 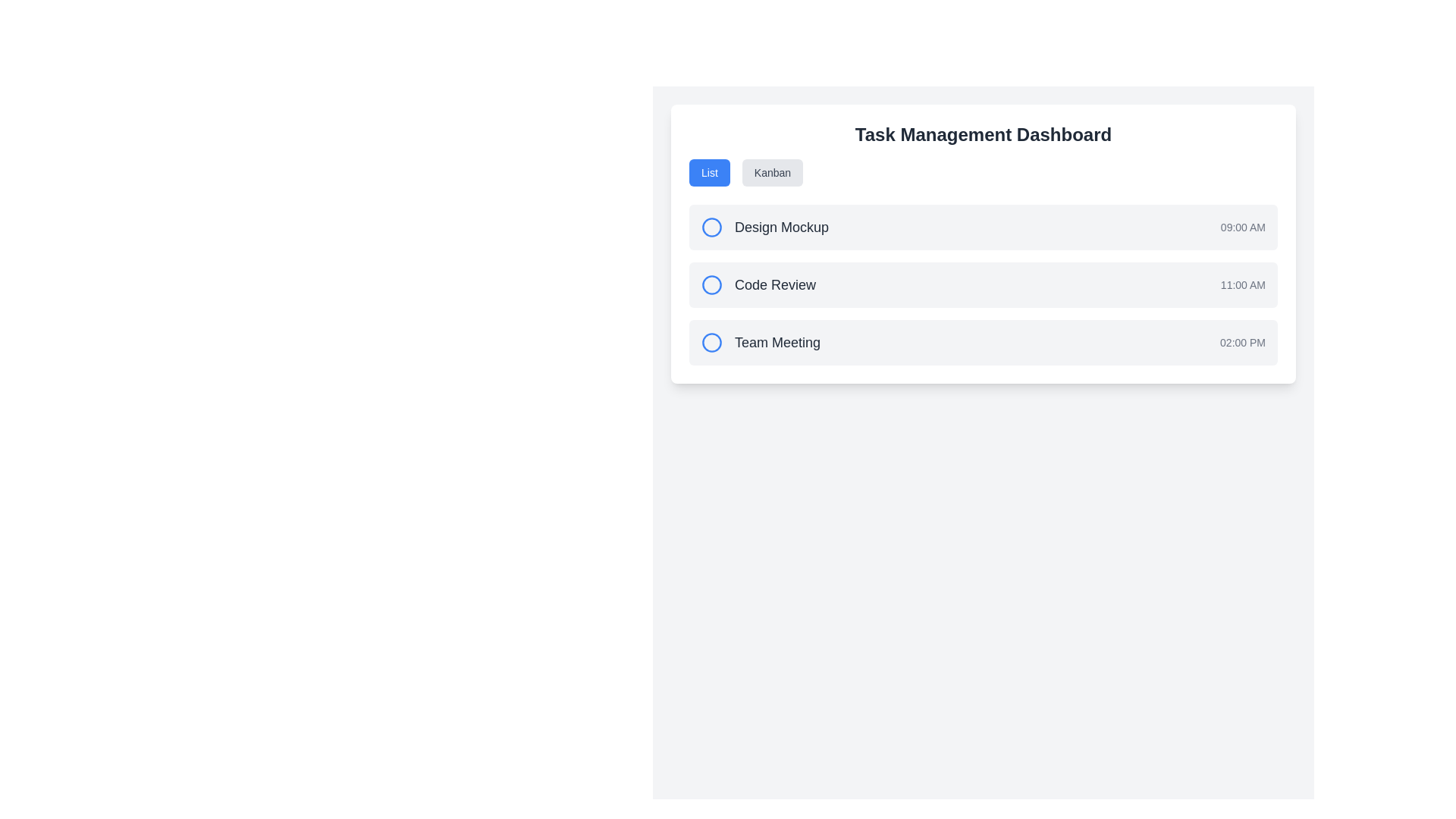 What do you see at coordinates (772, 171) in the screenshot?
I see `the second button on the task management dashboard to switch to Kanban view` at bounding box center [772, 171].